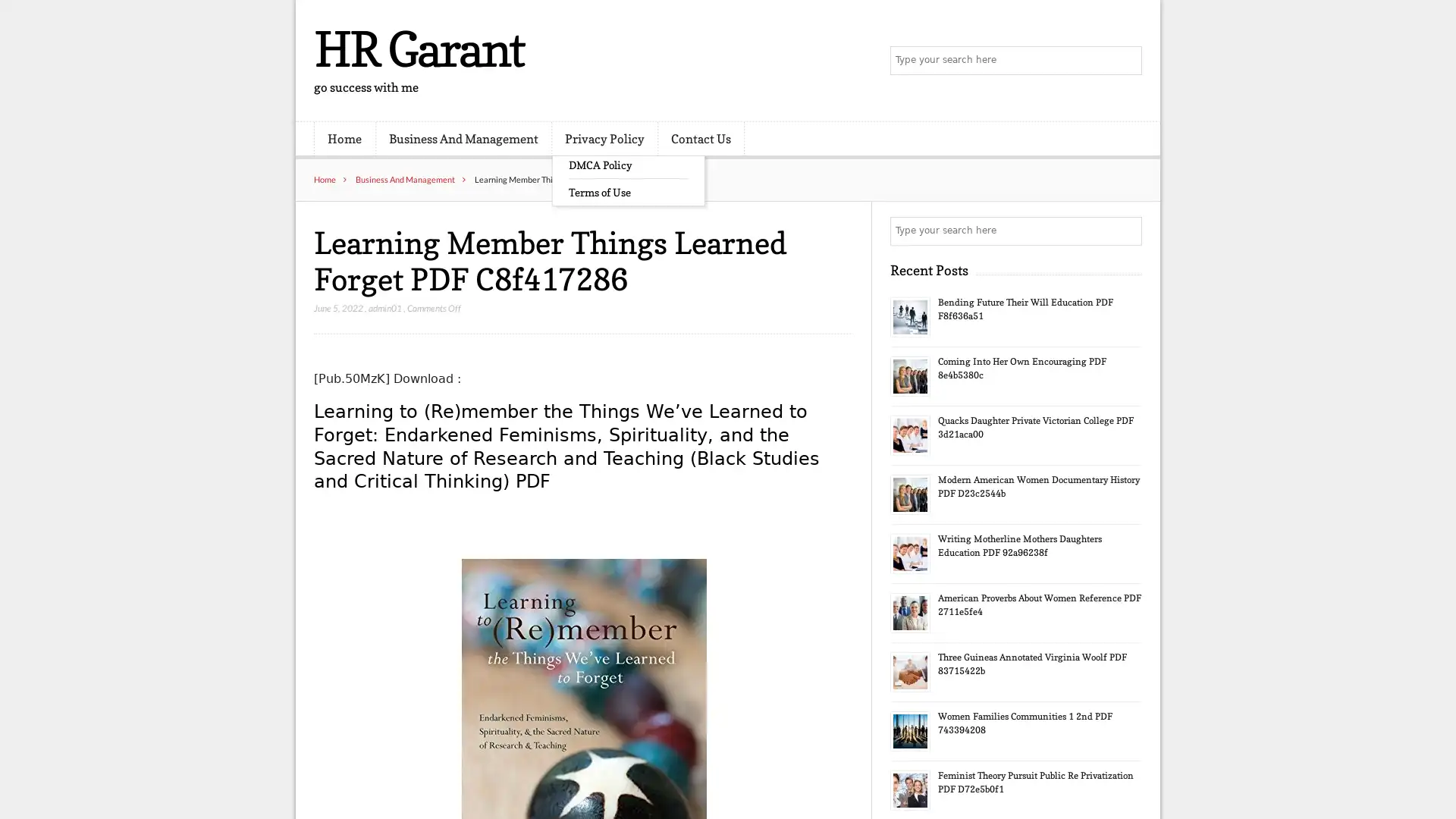 The width and height of the screenshot is (1456, 819). What do you see at coordinates (1126, 231) in the screenshot?
I see `Search` at bounding box center [1126, 231].